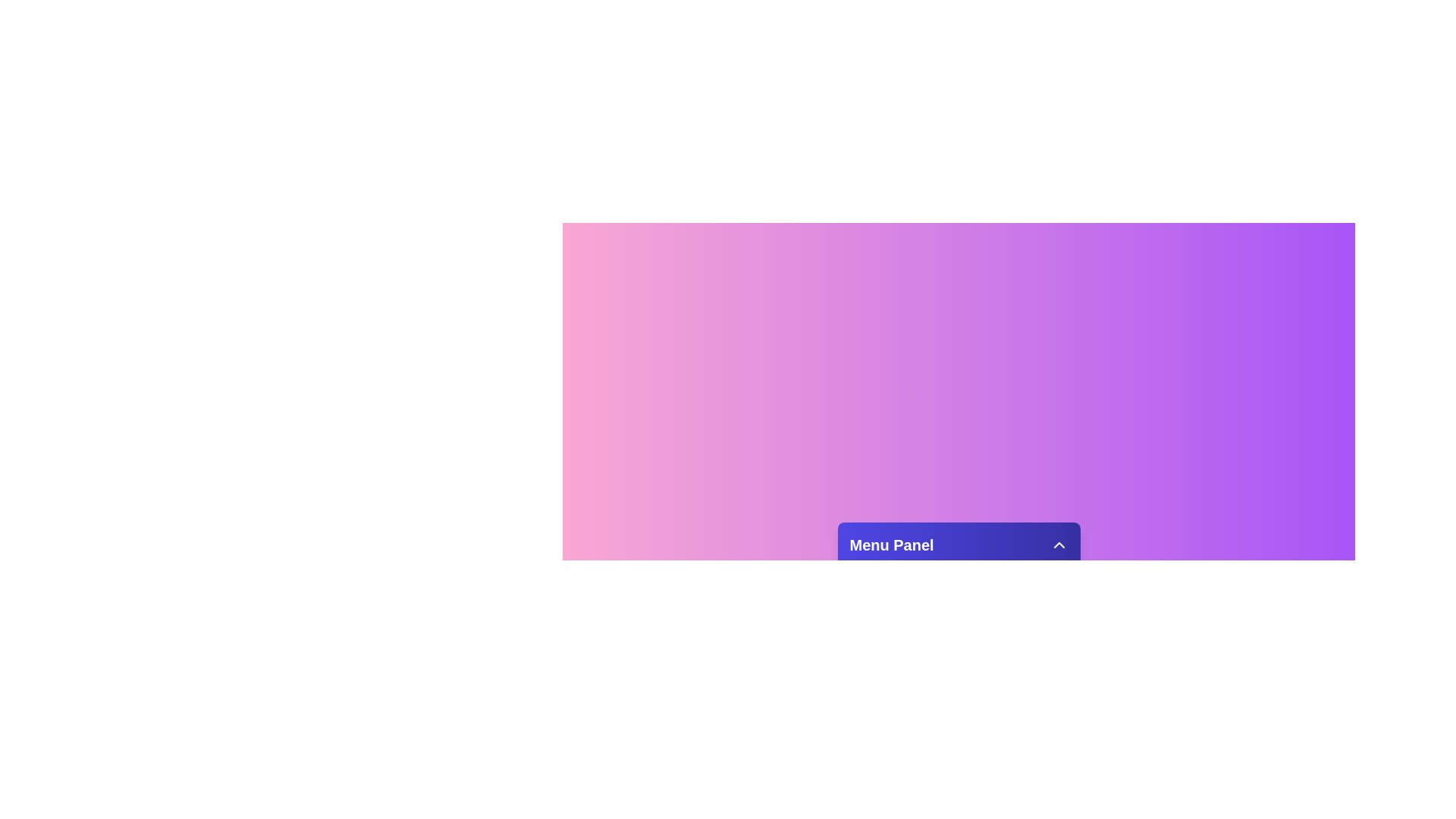  What do you see at coordinates (1058, 544) in the screenshot?
I see `the toggle button in the menu panel header to toggle its visibility` at bounding box center [1058, 544].